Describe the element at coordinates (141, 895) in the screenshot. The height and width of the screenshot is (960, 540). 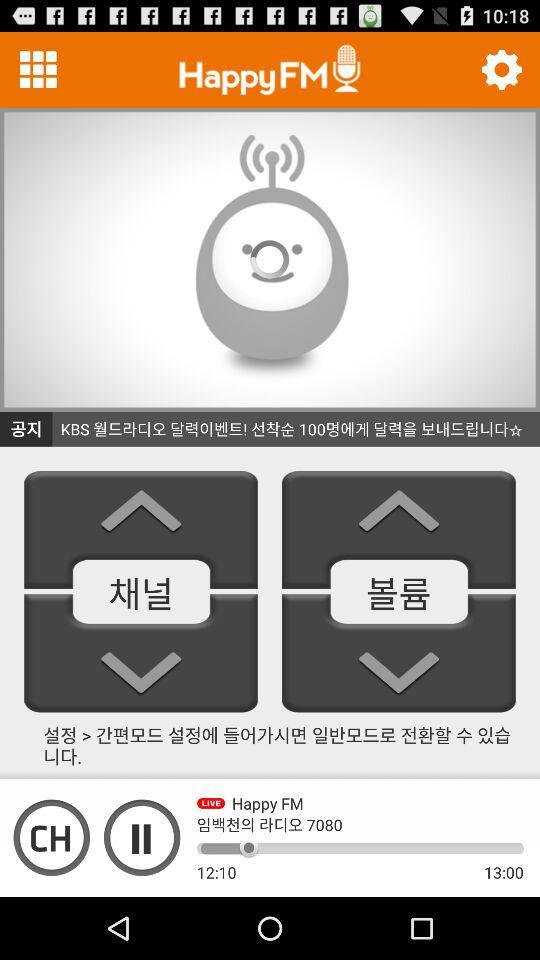
I see `the pause icon` at that location.